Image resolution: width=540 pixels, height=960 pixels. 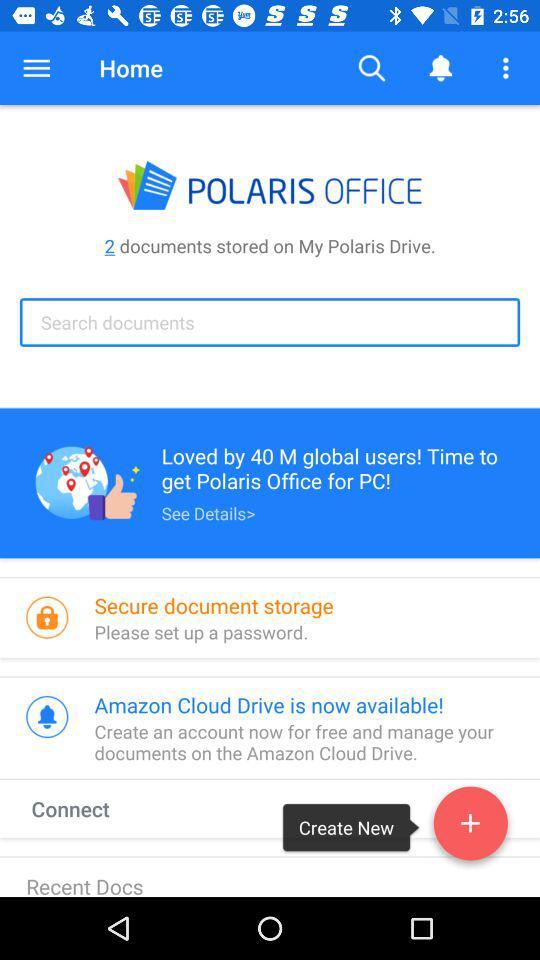 I want to click on item next to the home button, so click(x=36, y=68).